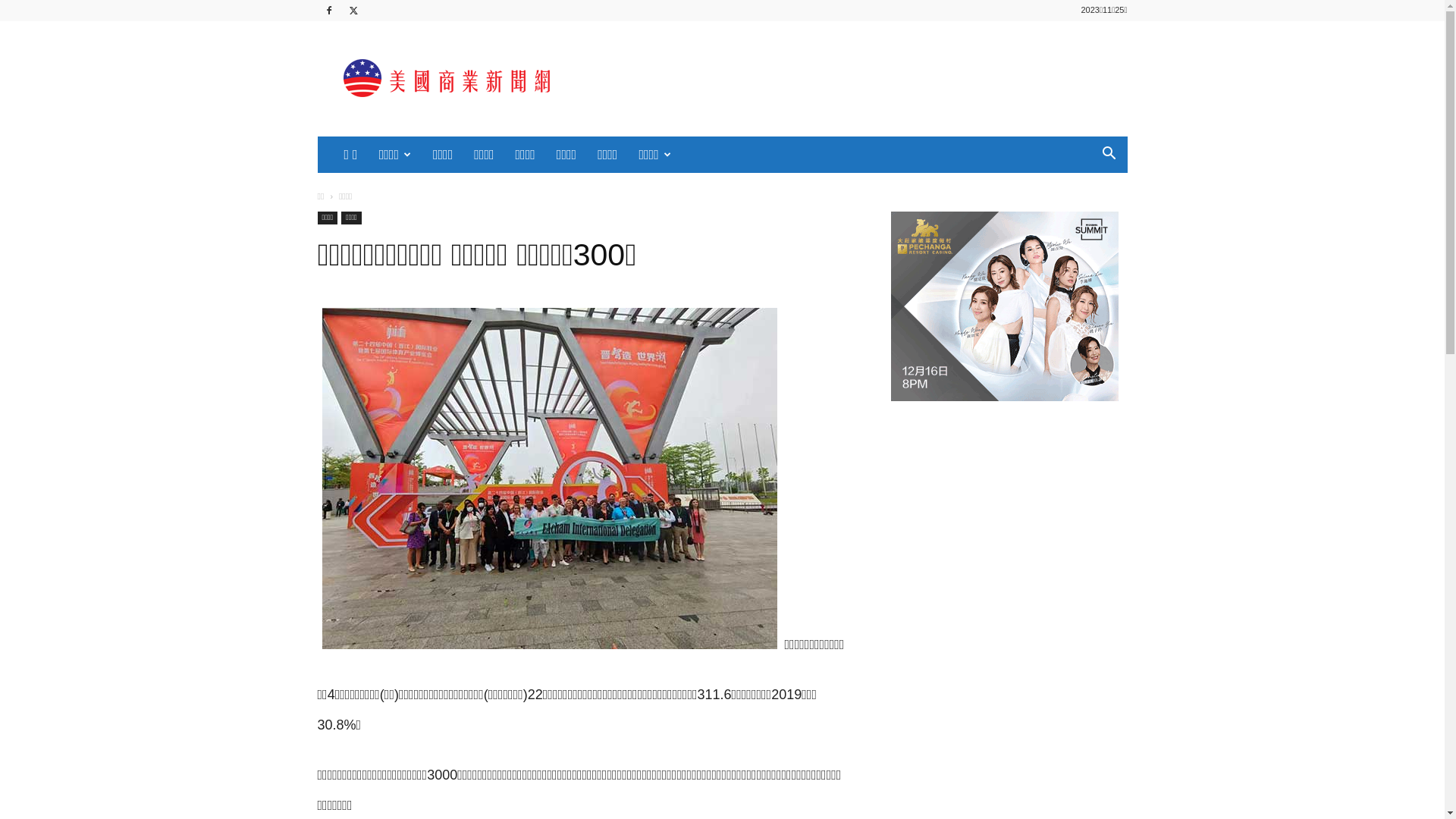  I want to click on 'Facebook', so click(315, 11).